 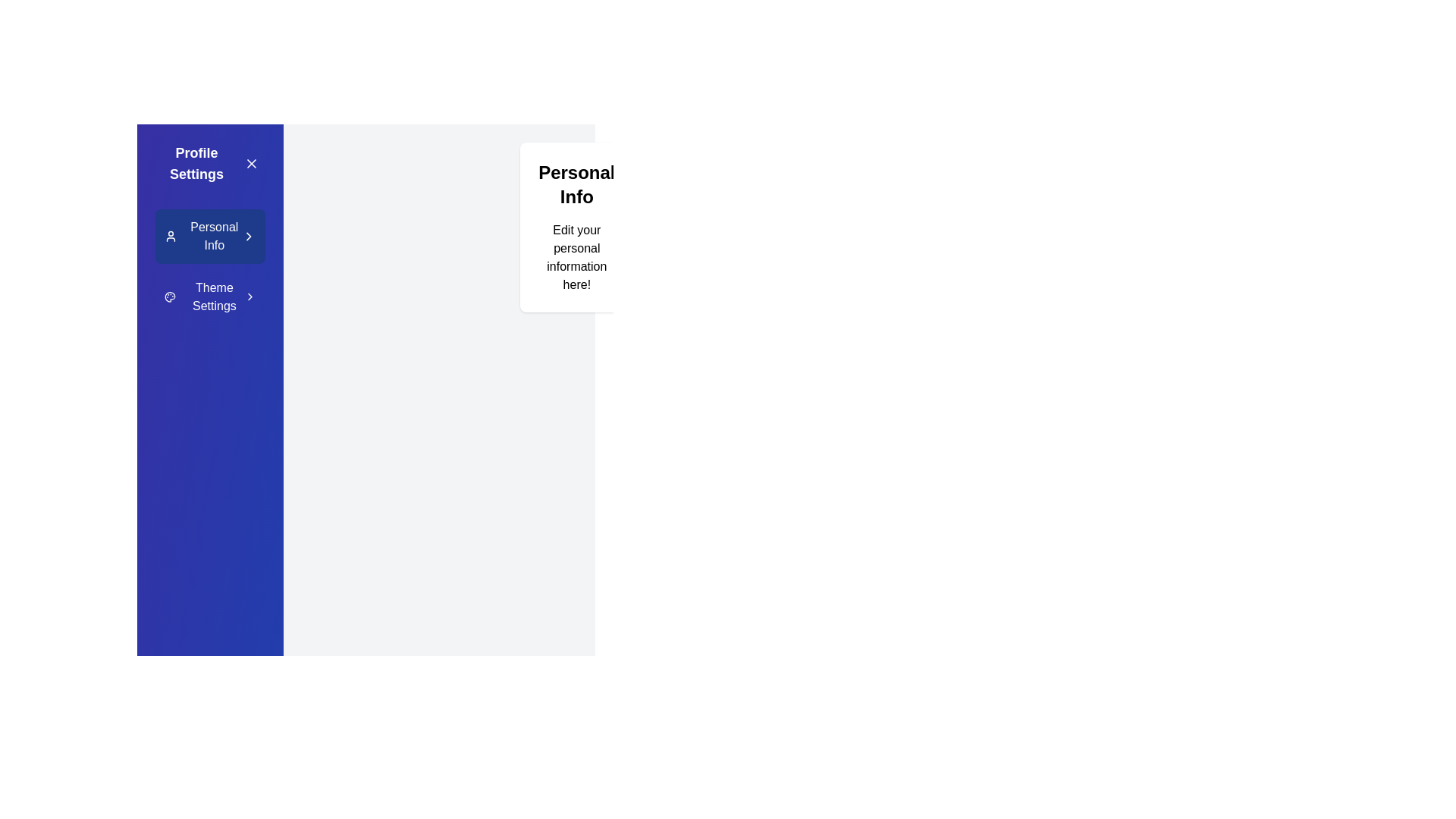 I want to click on the 'Theme Settings' icon located in the left sidebar under the 'Theme Settings' menu item, below 'Personal Info', so click(x=170, y=297).